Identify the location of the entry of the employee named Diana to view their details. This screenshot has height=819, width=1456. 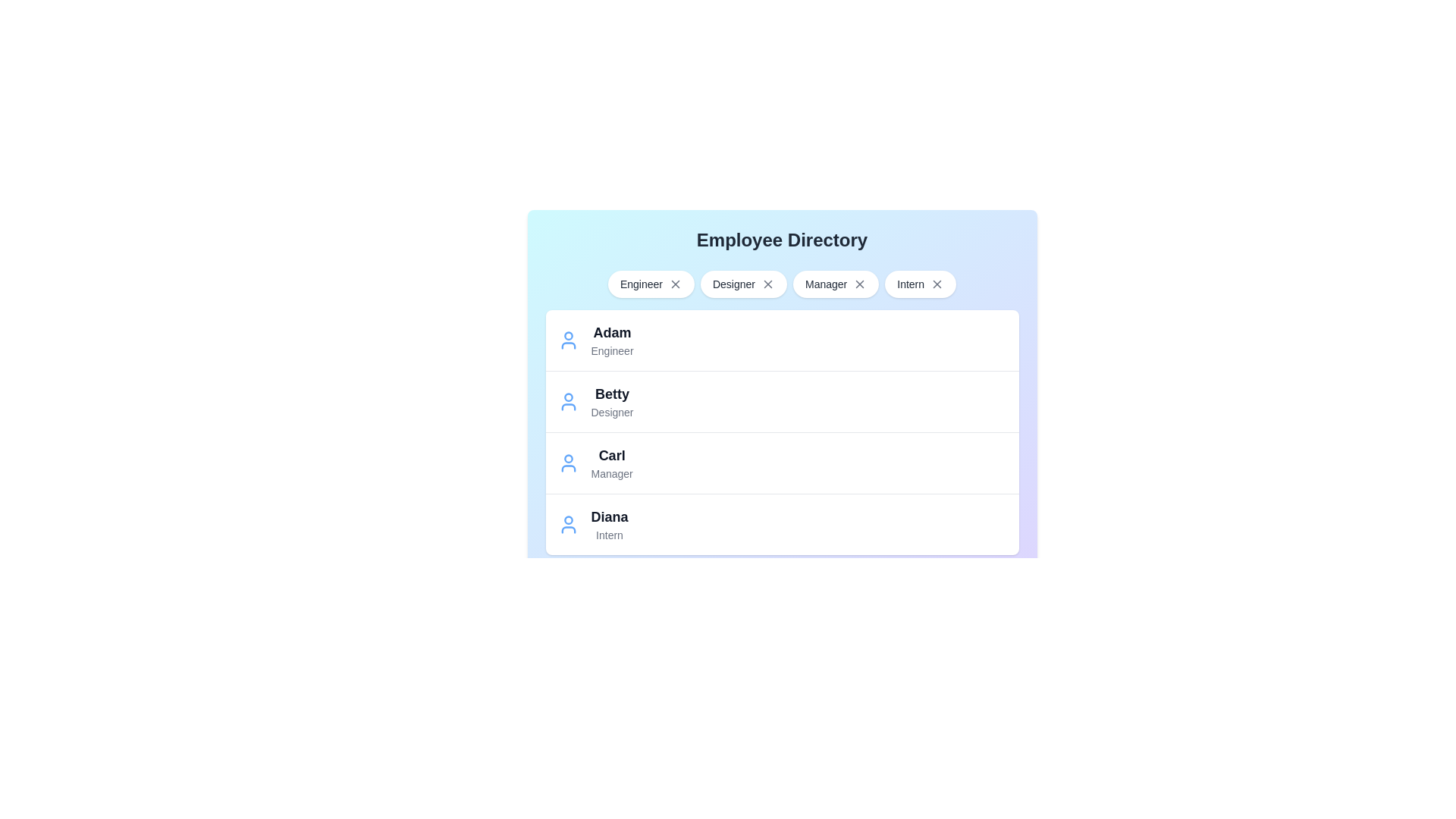
(567, 523).